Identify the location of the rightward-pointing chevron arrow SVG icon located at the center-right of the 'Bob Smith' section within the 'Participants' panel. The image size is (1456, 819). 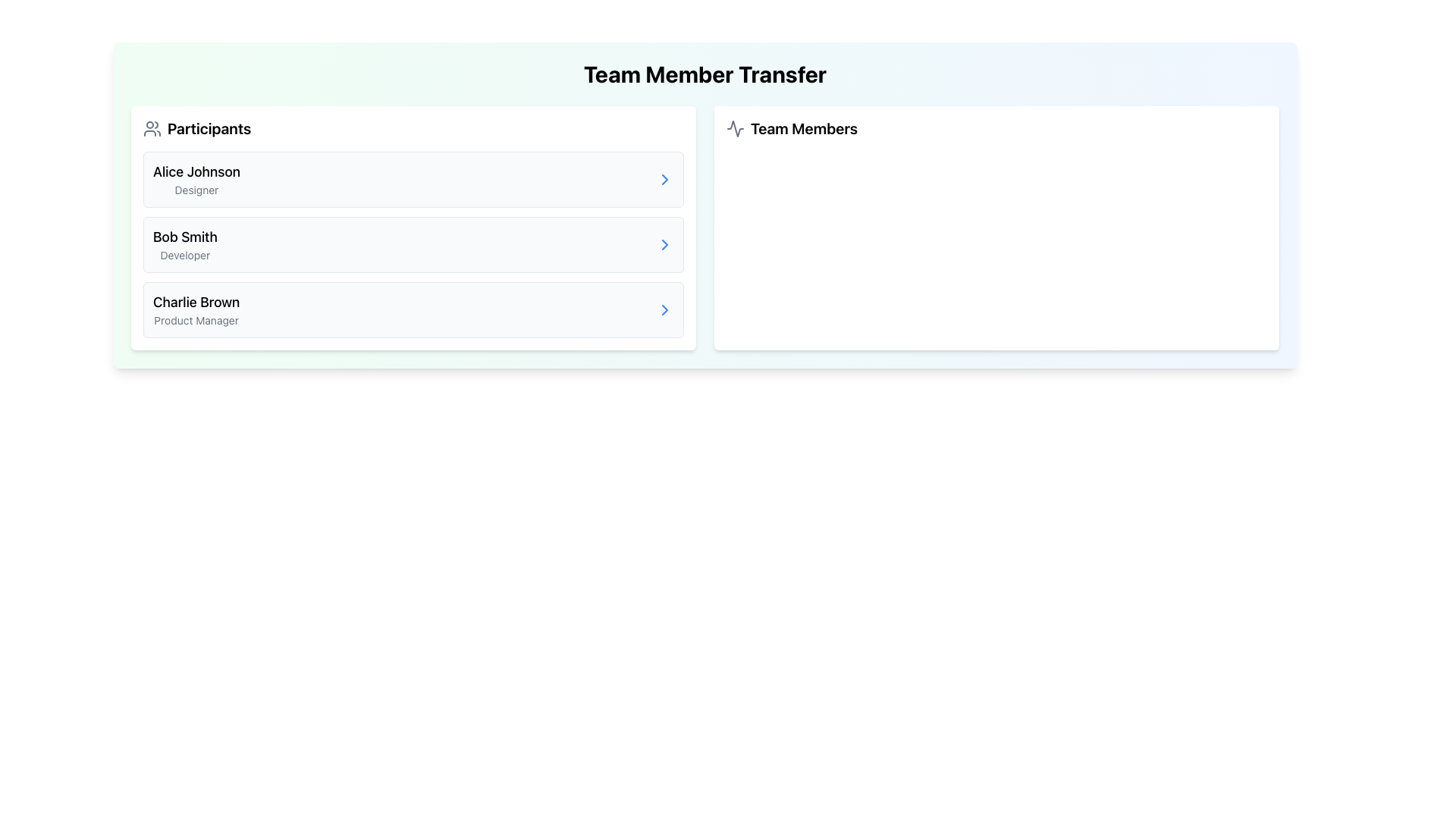
(665, 178).